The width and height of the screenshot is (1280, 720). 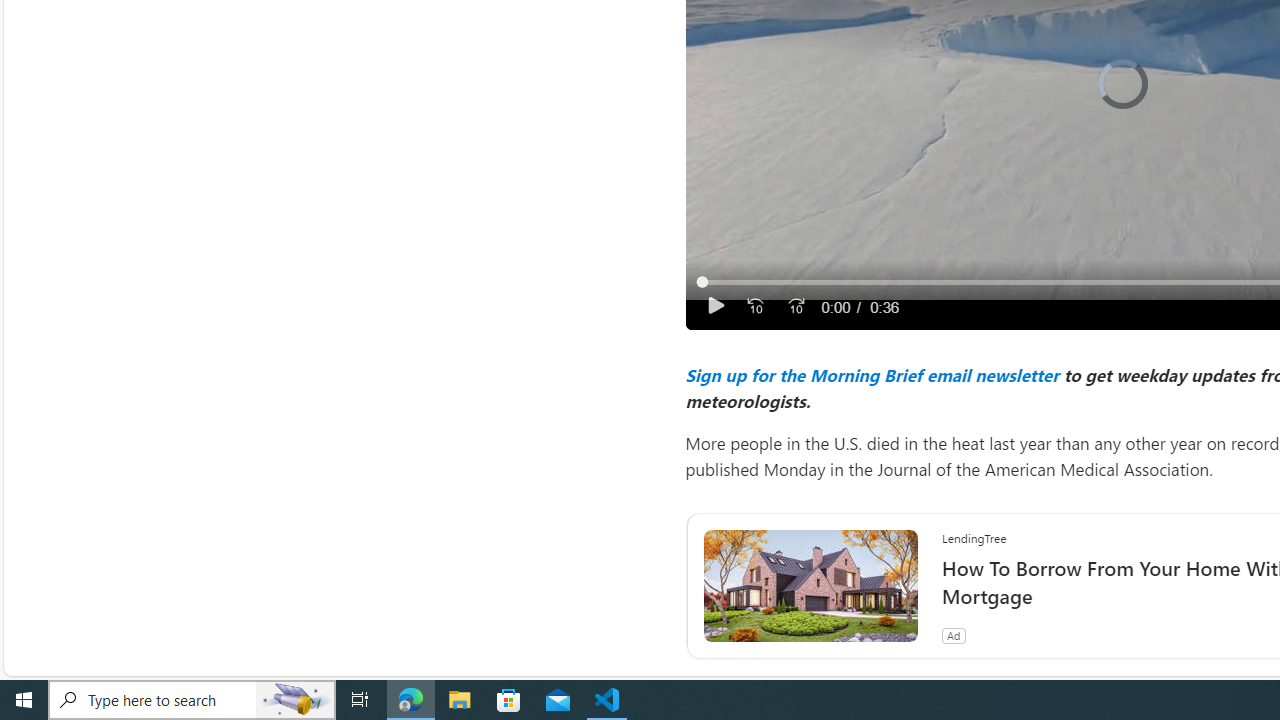 I want to click on 'Ad', so click(x=952, y=635).